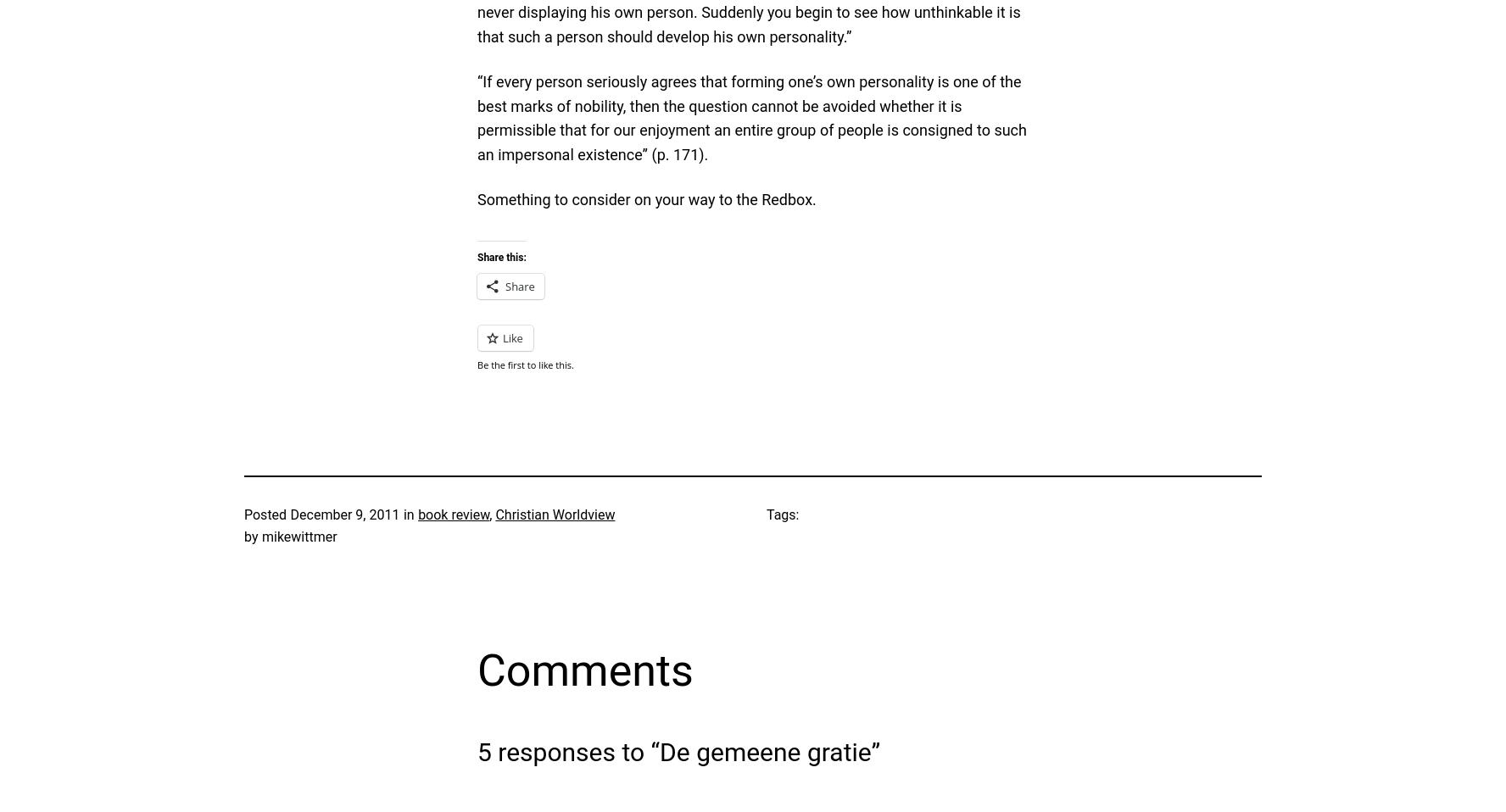  What do you see at coordinates (554, 514) in the screenshot?
I see `'Christian Worldview'` at bounding box center [554, 514].